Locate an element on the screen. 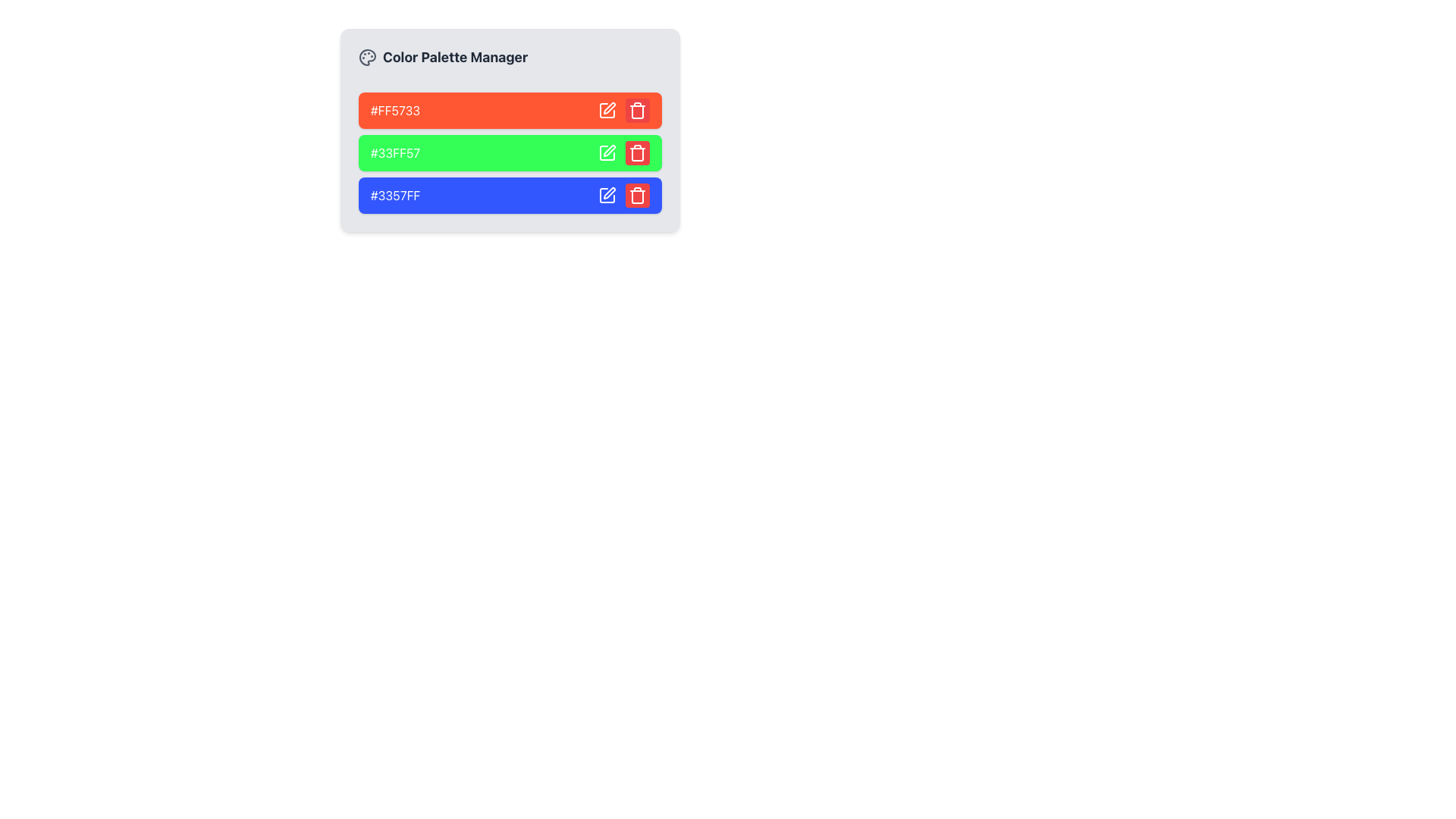 The image size is (1456, 819). the leftmost icon is located at coordinates (607, 110).